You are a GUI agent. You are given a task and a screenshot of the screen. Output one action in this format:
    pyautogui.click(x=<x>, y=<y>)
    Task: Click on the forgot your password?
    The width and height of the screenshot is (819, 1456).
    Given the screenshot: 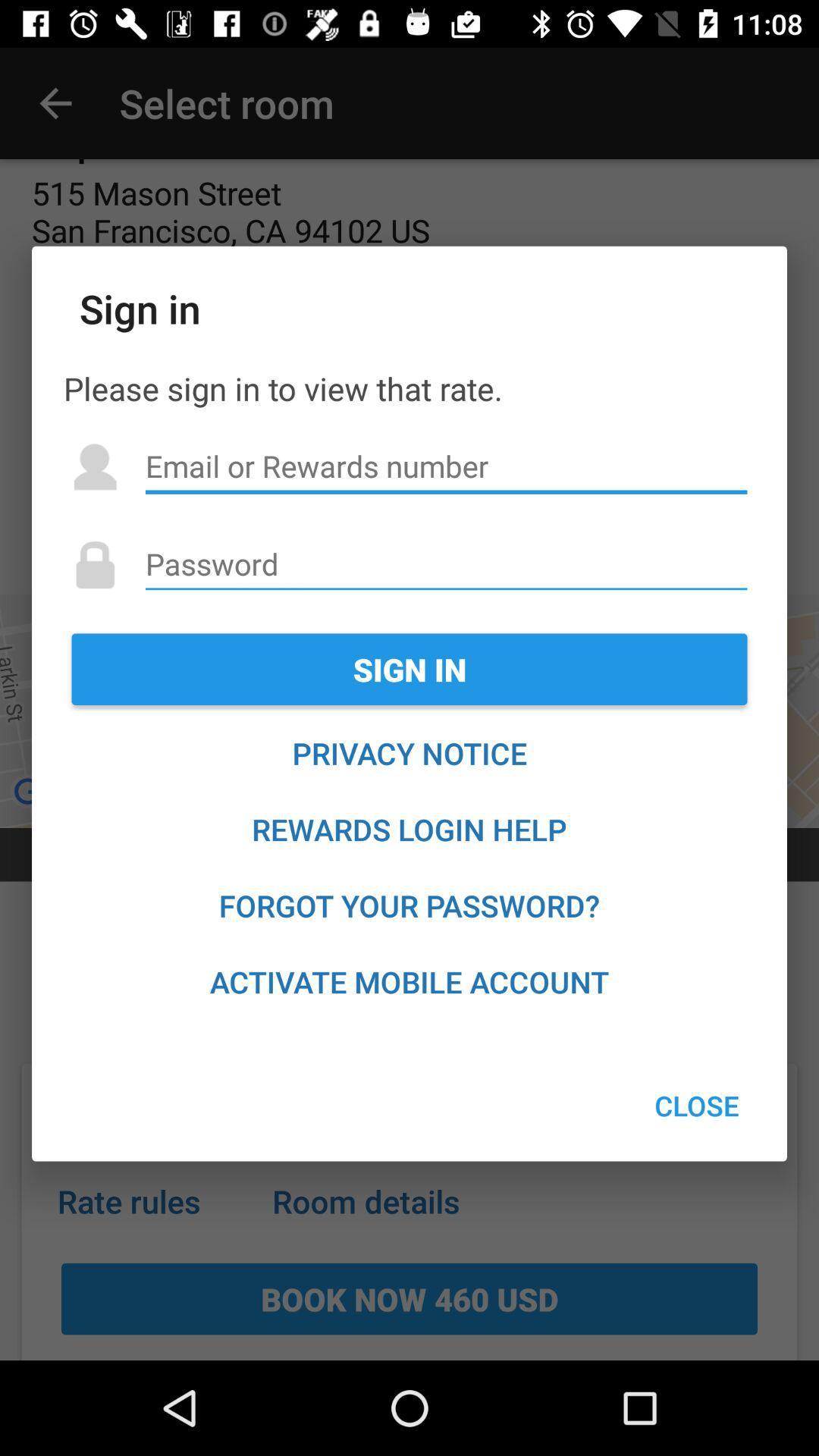 What is the action you would take?
    pyautogui.click(x=409, y=905)
    